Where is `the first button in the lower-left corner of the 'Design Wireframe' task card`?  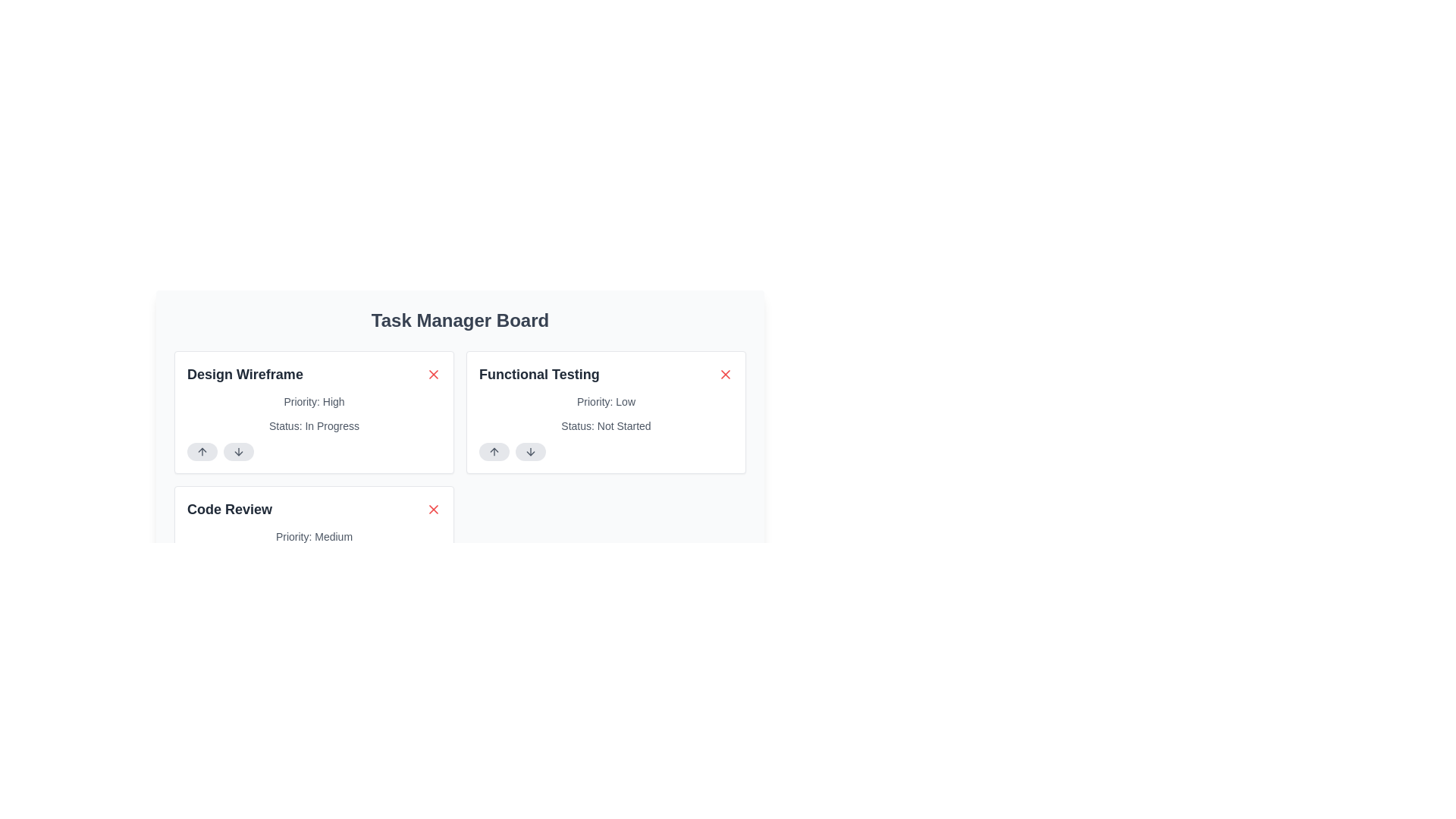 the first button in the lower-left corner of the 'Design Wireframe' task card is located at coordinates (202, 451).